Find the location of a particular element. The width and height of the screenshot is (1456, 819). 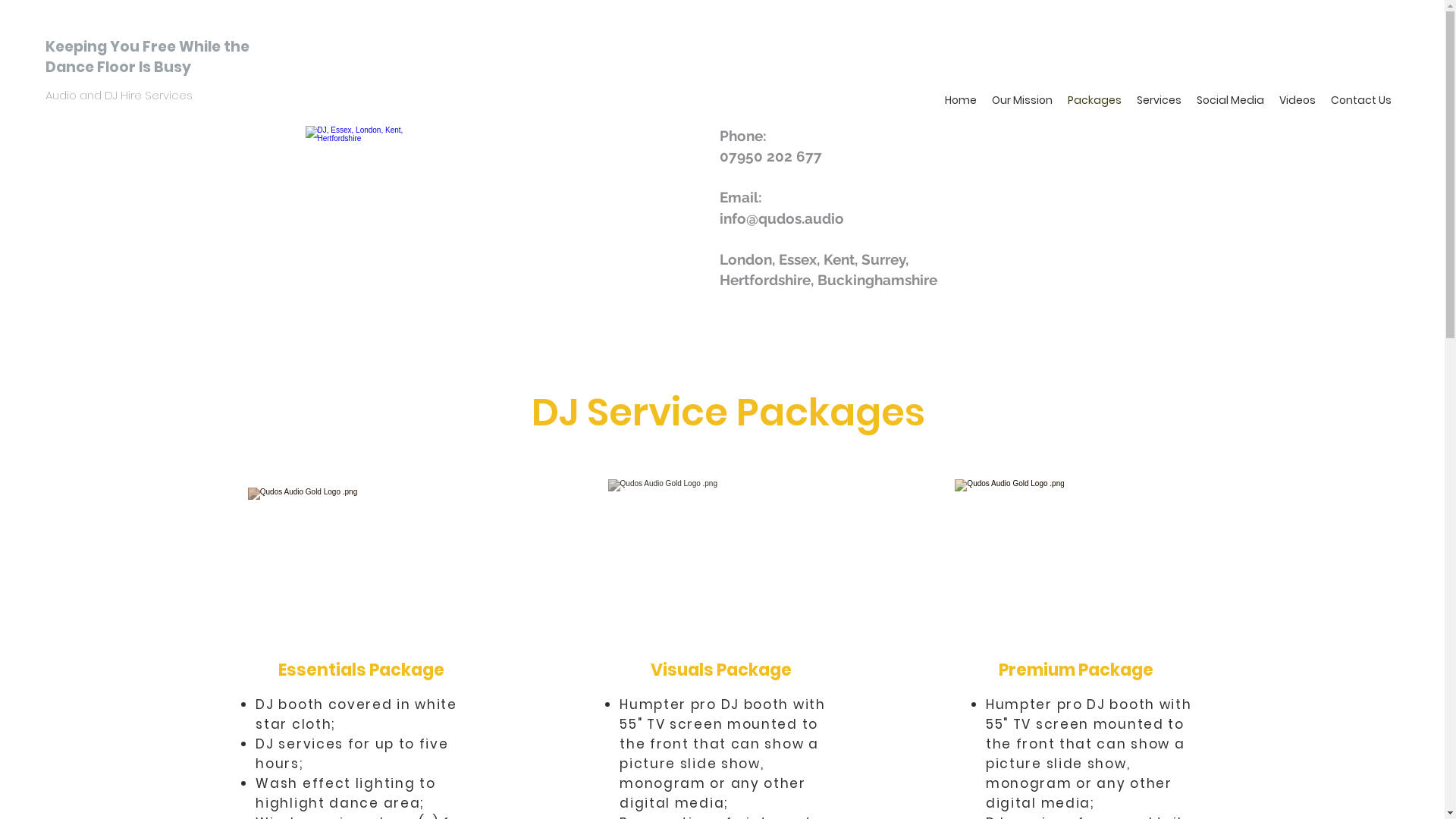

'Keeping You Free While the Dance Floor Is Busy' is located at coordinates (147, 55).